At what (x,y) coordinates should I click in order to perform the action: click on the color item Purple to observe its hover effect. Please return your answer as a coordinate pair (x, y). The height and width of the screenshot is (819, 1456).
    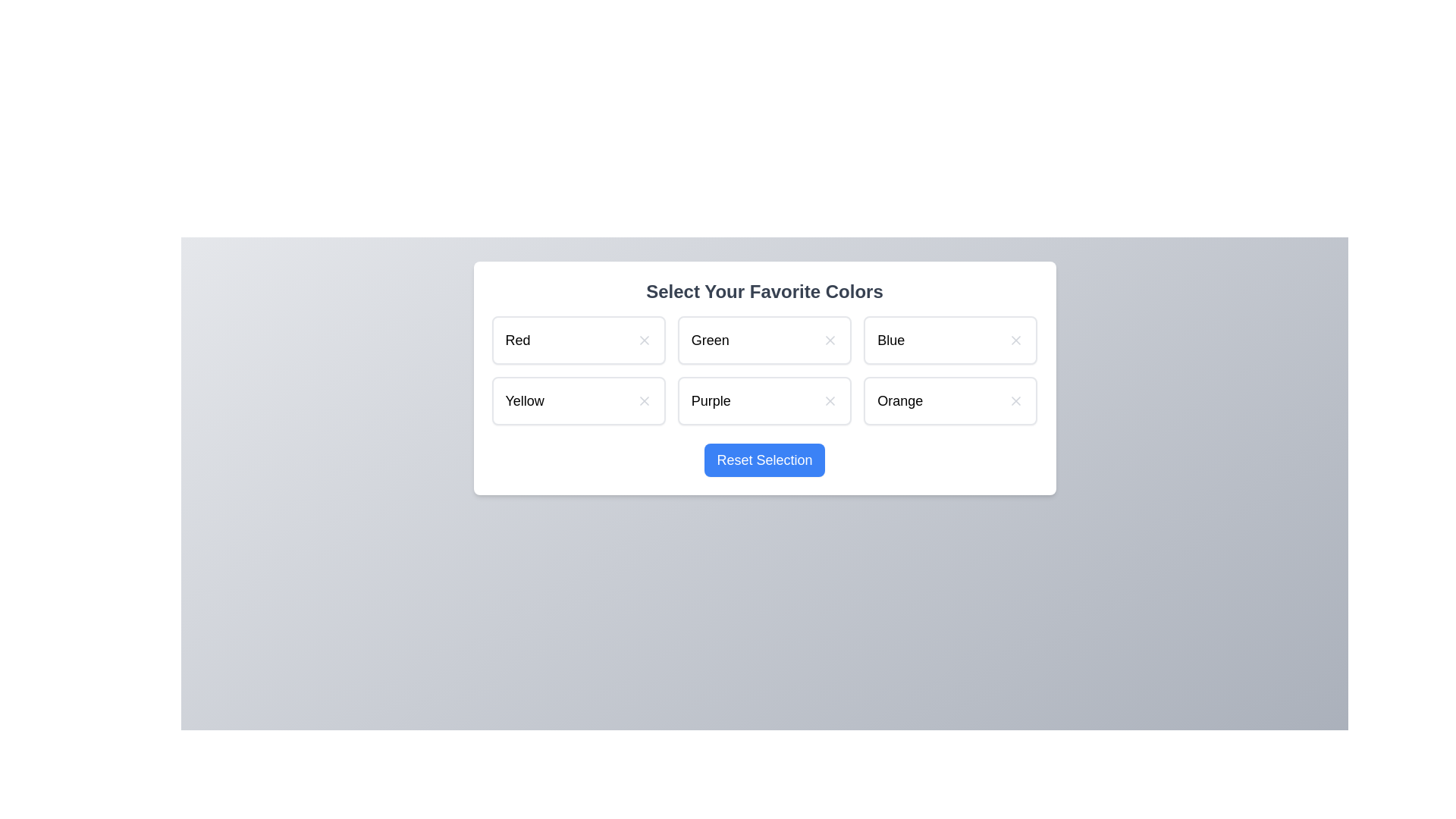
    Looking at the image, I should click on (764, 400).